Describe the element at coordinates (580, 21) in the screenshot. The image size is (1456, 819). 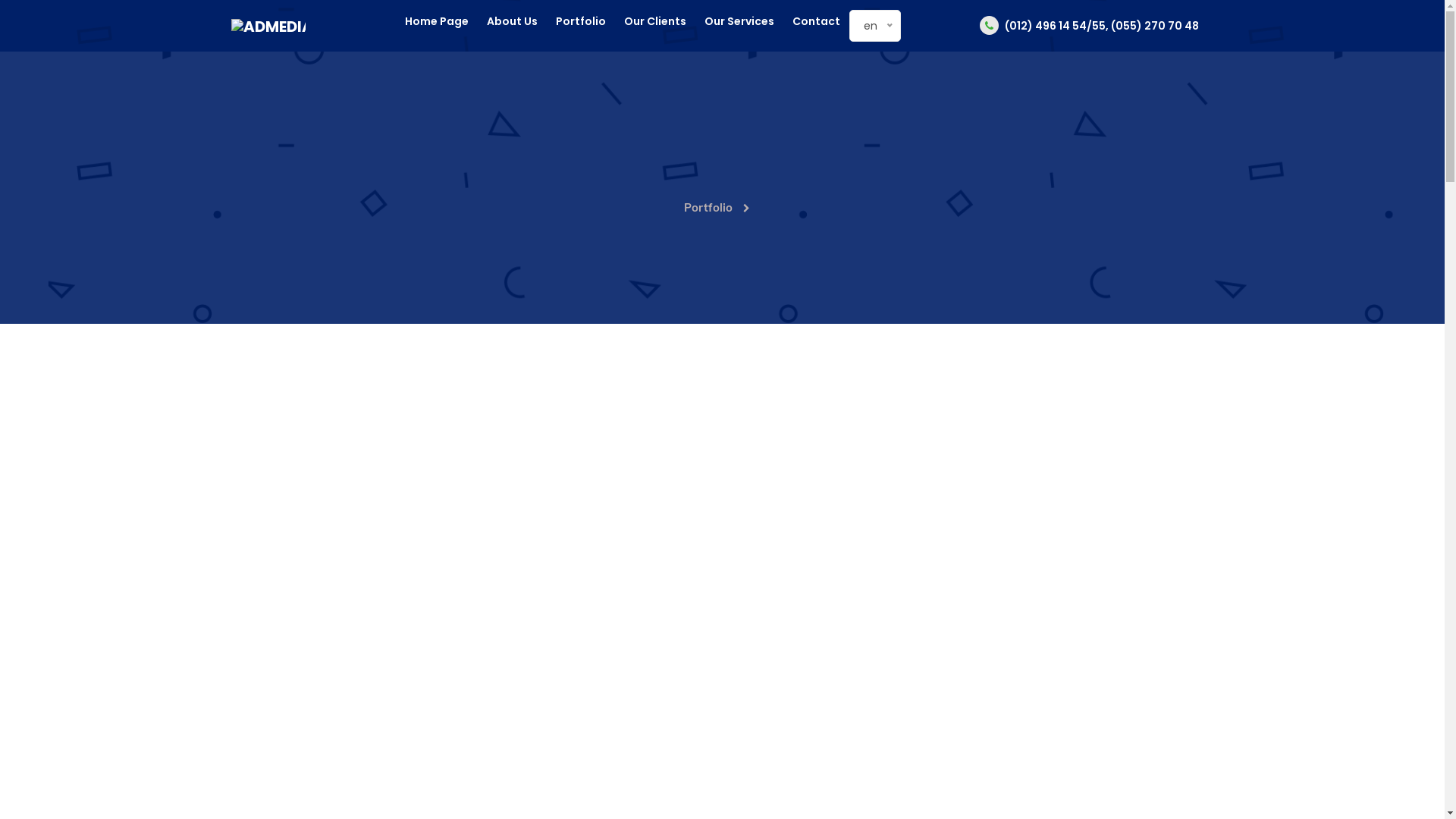
I see `'Portfolio'` at that location.